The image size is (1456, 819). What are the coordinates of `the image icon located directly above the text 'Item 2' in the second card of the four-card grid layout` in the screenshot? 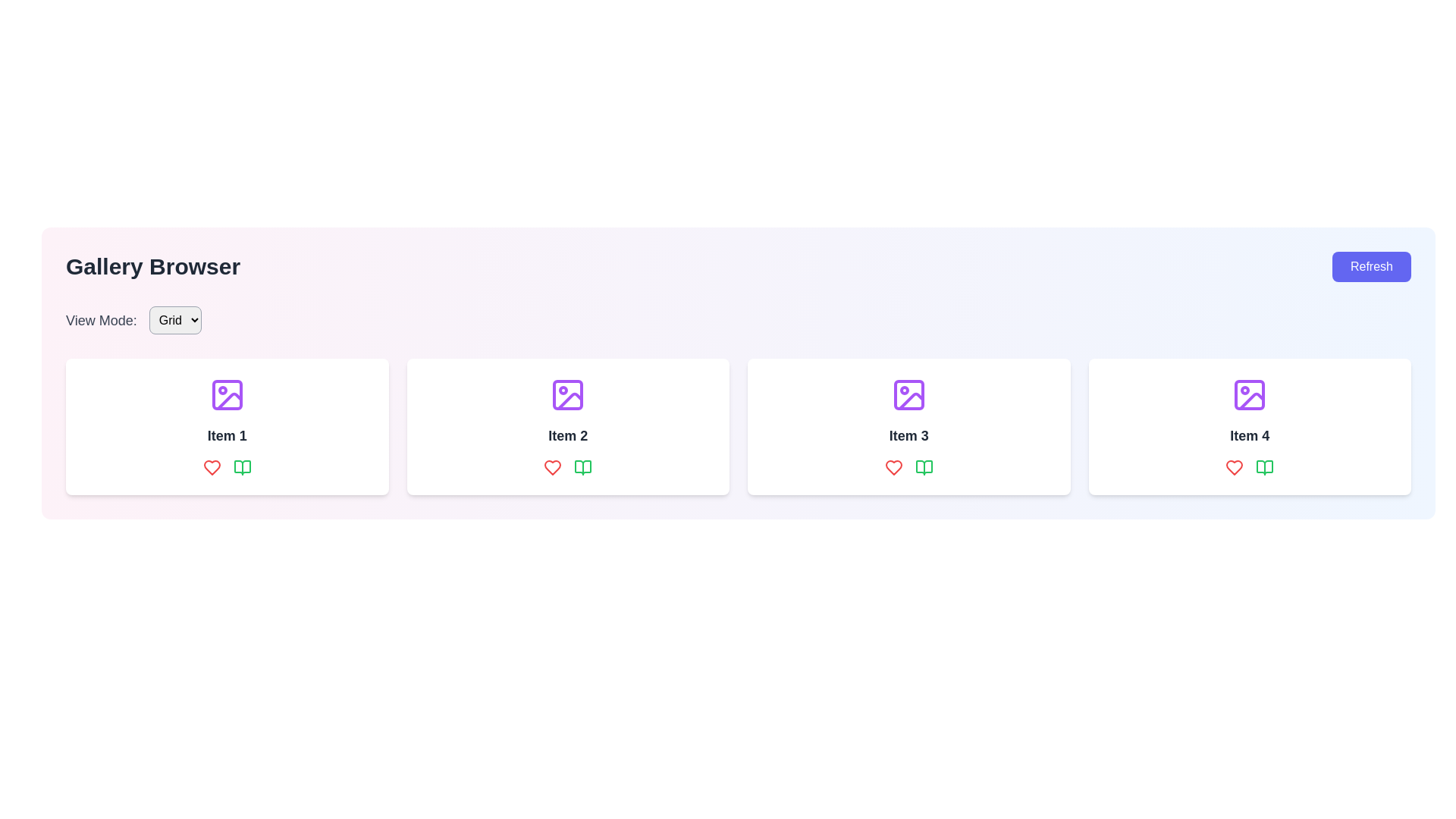 It's located at (567, 394).